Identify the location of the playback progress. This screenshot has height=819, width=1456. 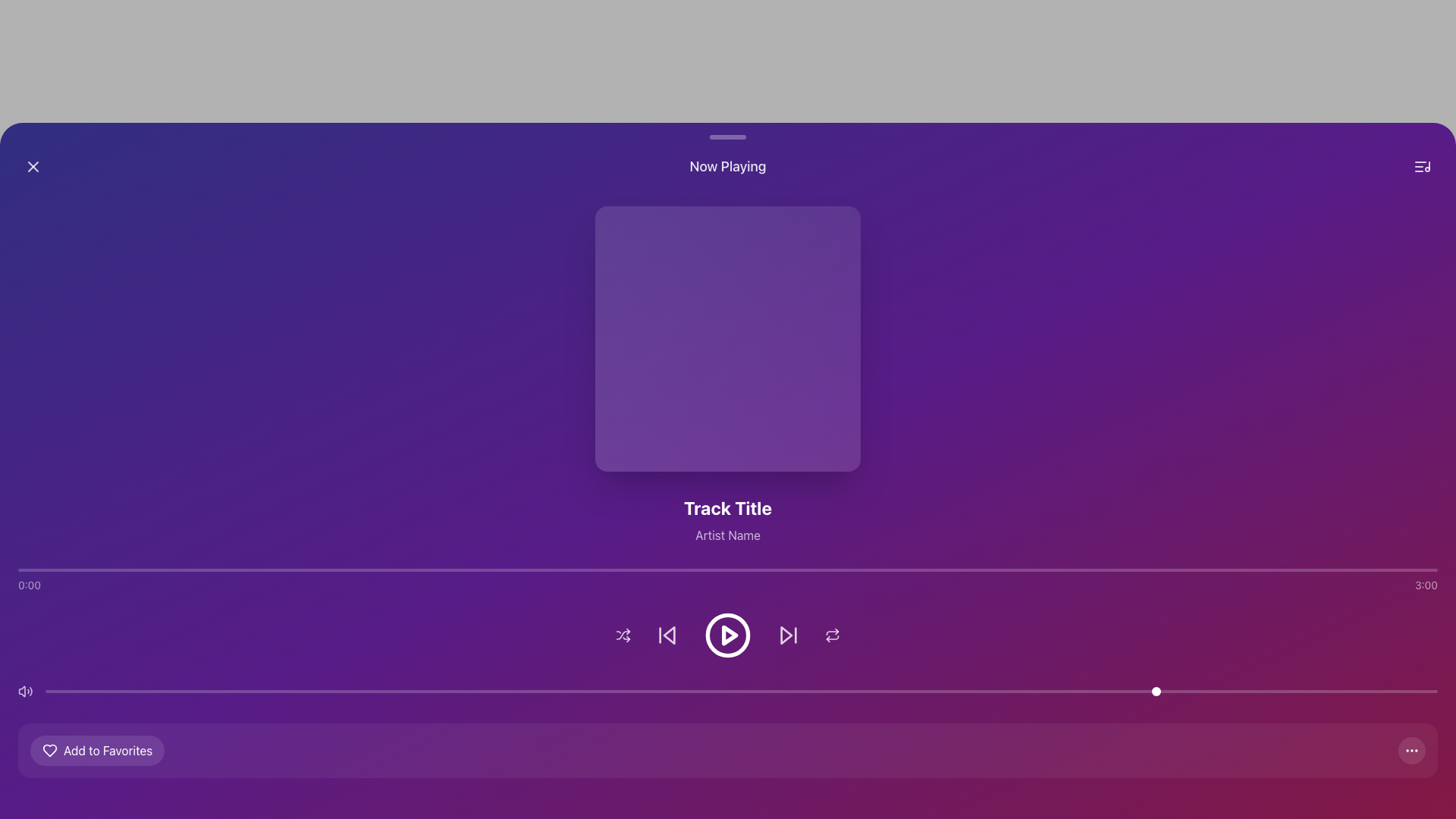
(1153, 570).